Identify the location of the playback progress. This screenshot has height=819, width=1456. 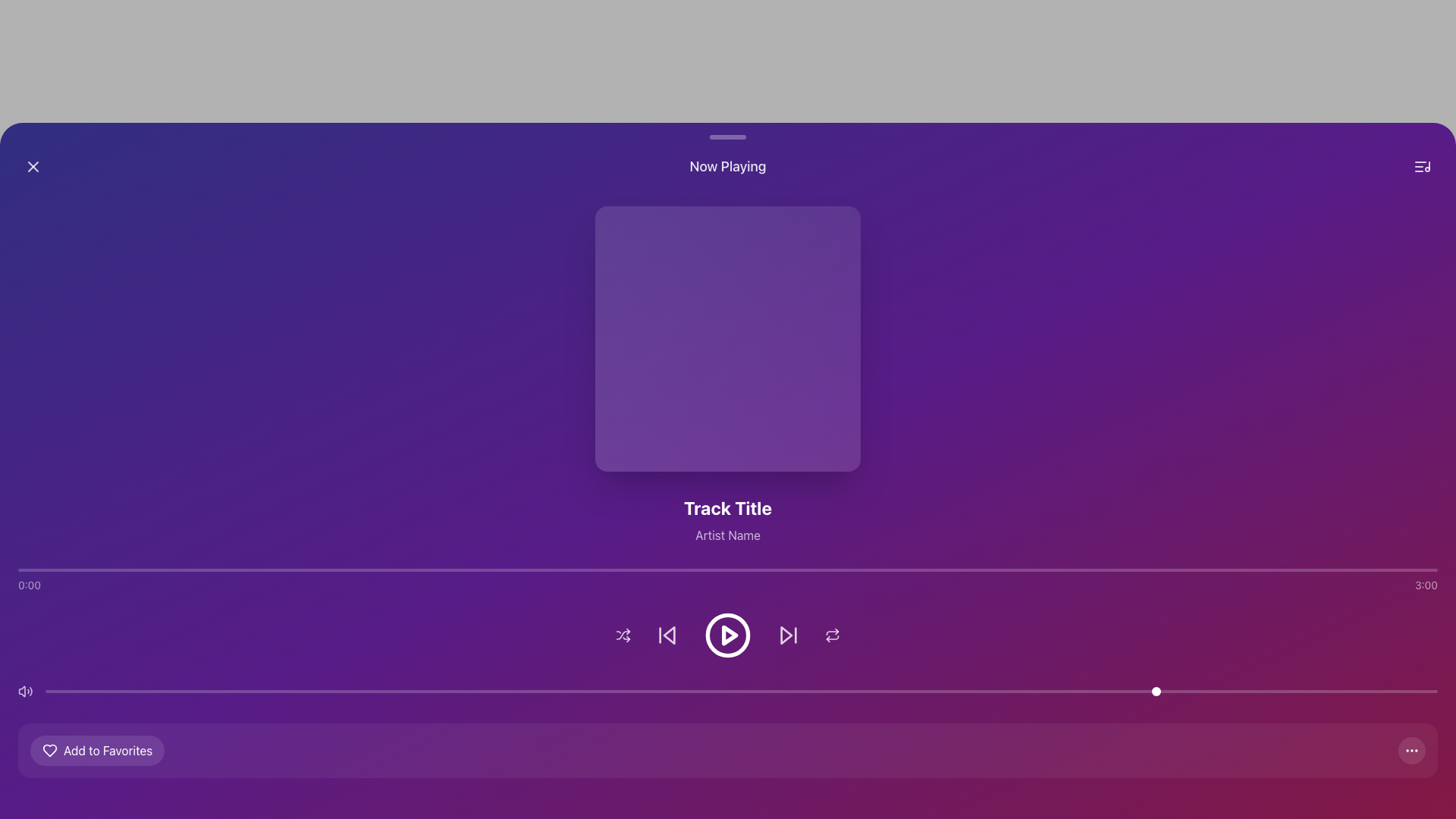
(1153, 570).